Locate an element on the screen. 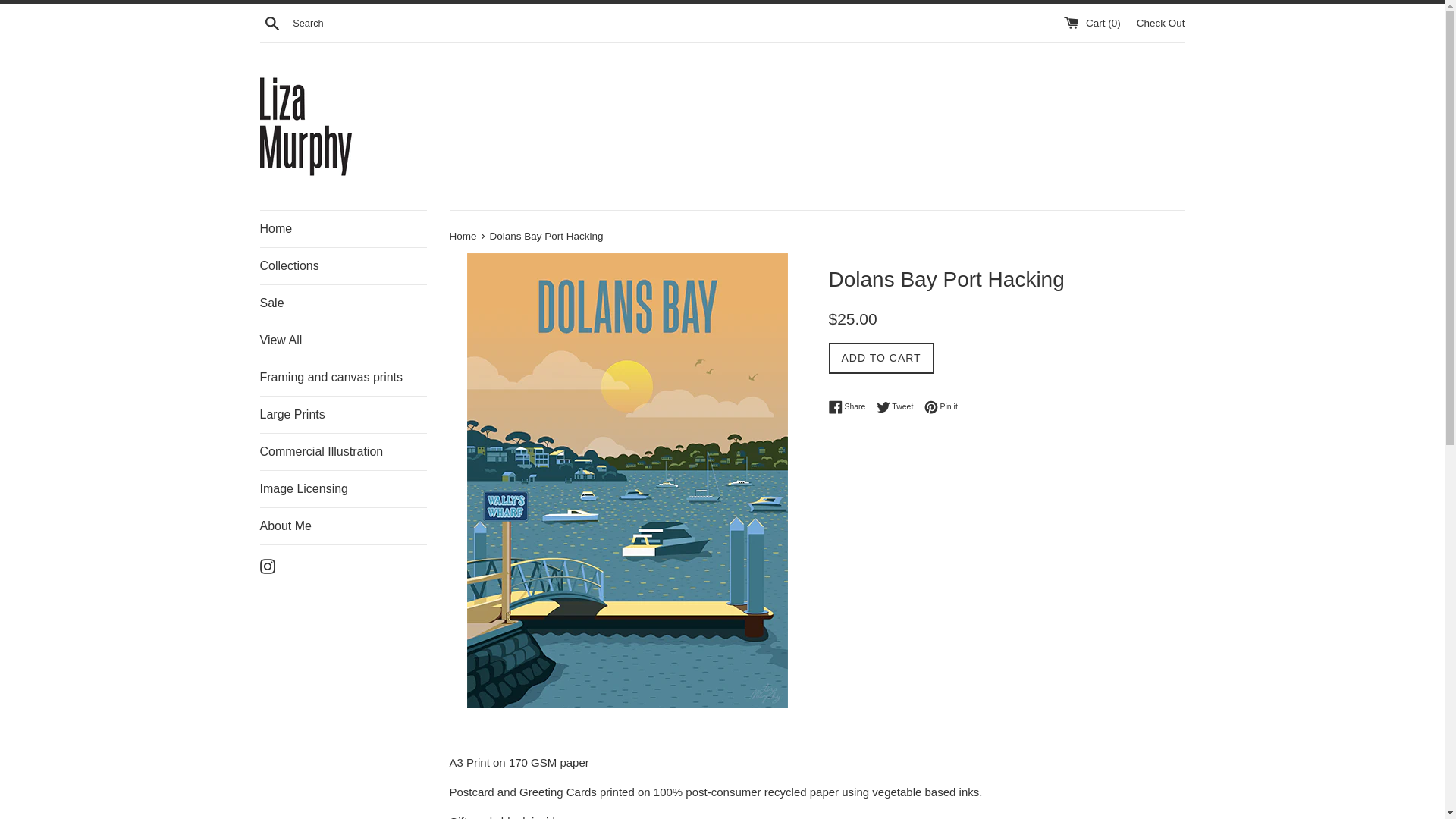 This screenshot has height=819, width=1456. 'Cart (0)' is located at coordinates (1093, 22).